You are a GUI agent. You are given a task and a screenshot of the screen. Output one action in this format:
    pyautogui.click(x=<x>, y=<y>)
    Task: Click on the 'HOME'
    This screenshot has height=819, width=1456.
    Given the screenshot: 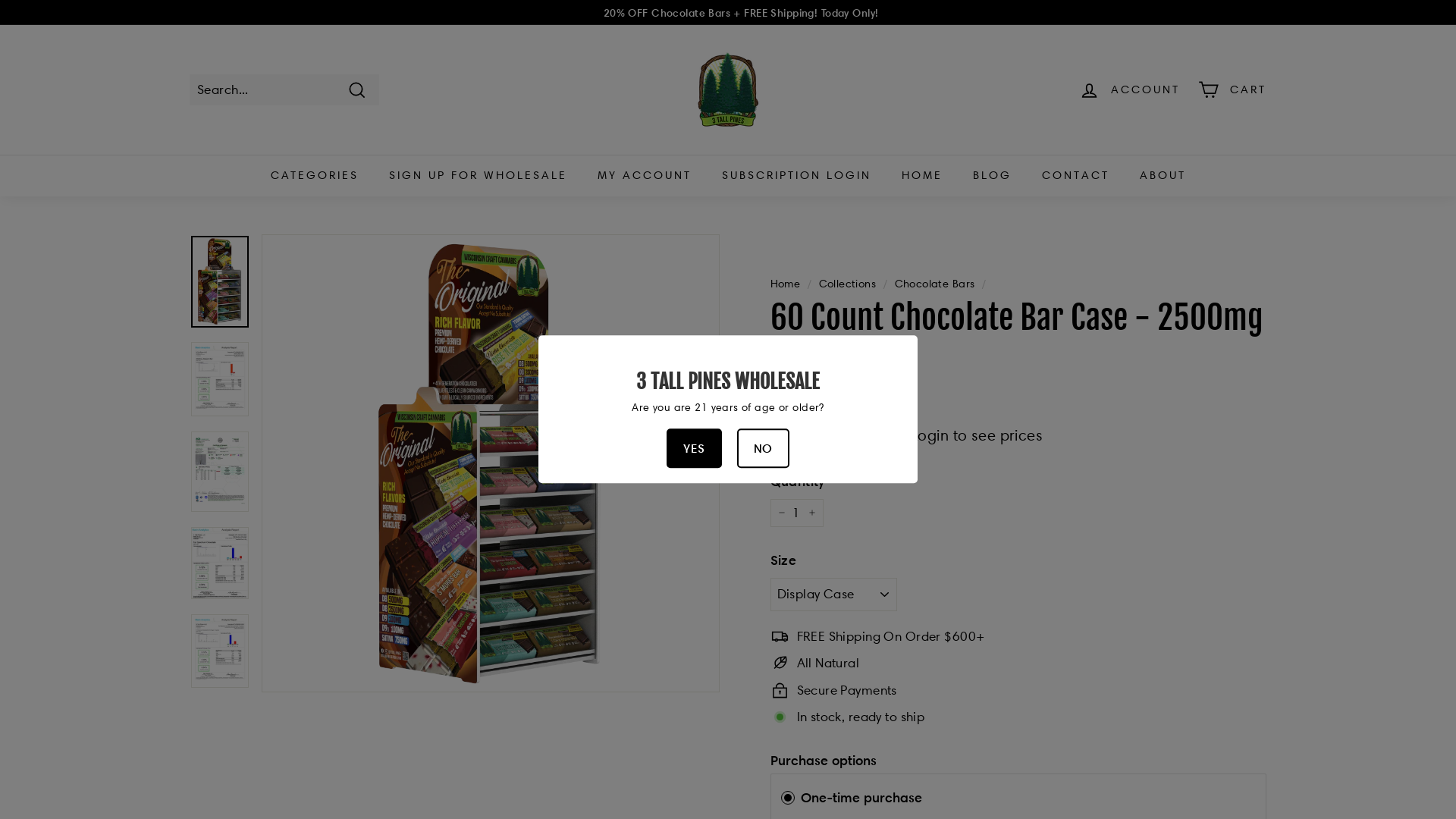 What is the action you would take?
    pyautogui.click(x=920, y=174)
    